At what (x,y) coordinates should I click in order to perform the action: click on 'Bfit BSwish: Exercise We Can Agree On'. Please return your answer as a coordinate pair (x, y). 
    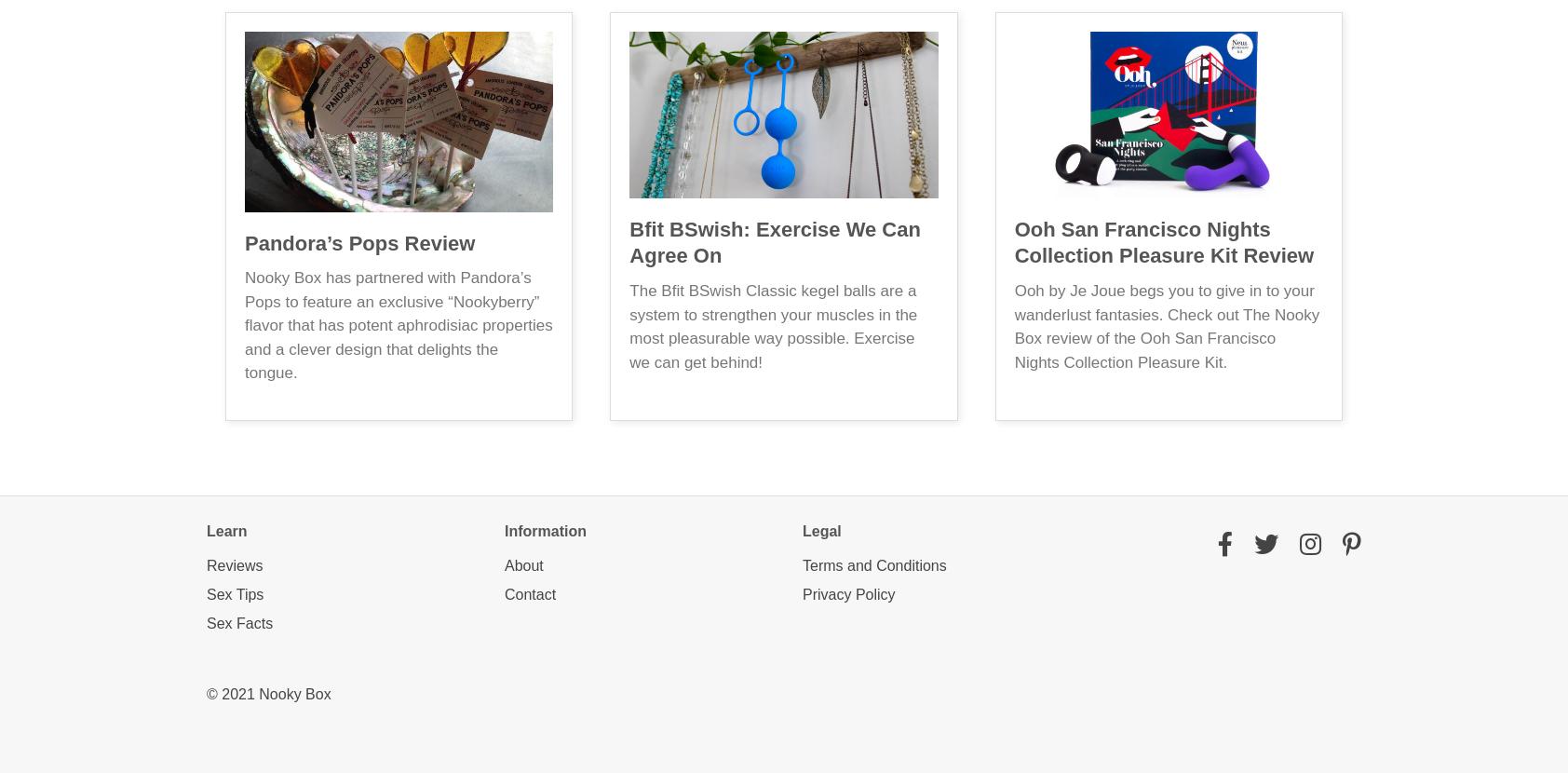
    Looking at the image, I should click on (629, 242).